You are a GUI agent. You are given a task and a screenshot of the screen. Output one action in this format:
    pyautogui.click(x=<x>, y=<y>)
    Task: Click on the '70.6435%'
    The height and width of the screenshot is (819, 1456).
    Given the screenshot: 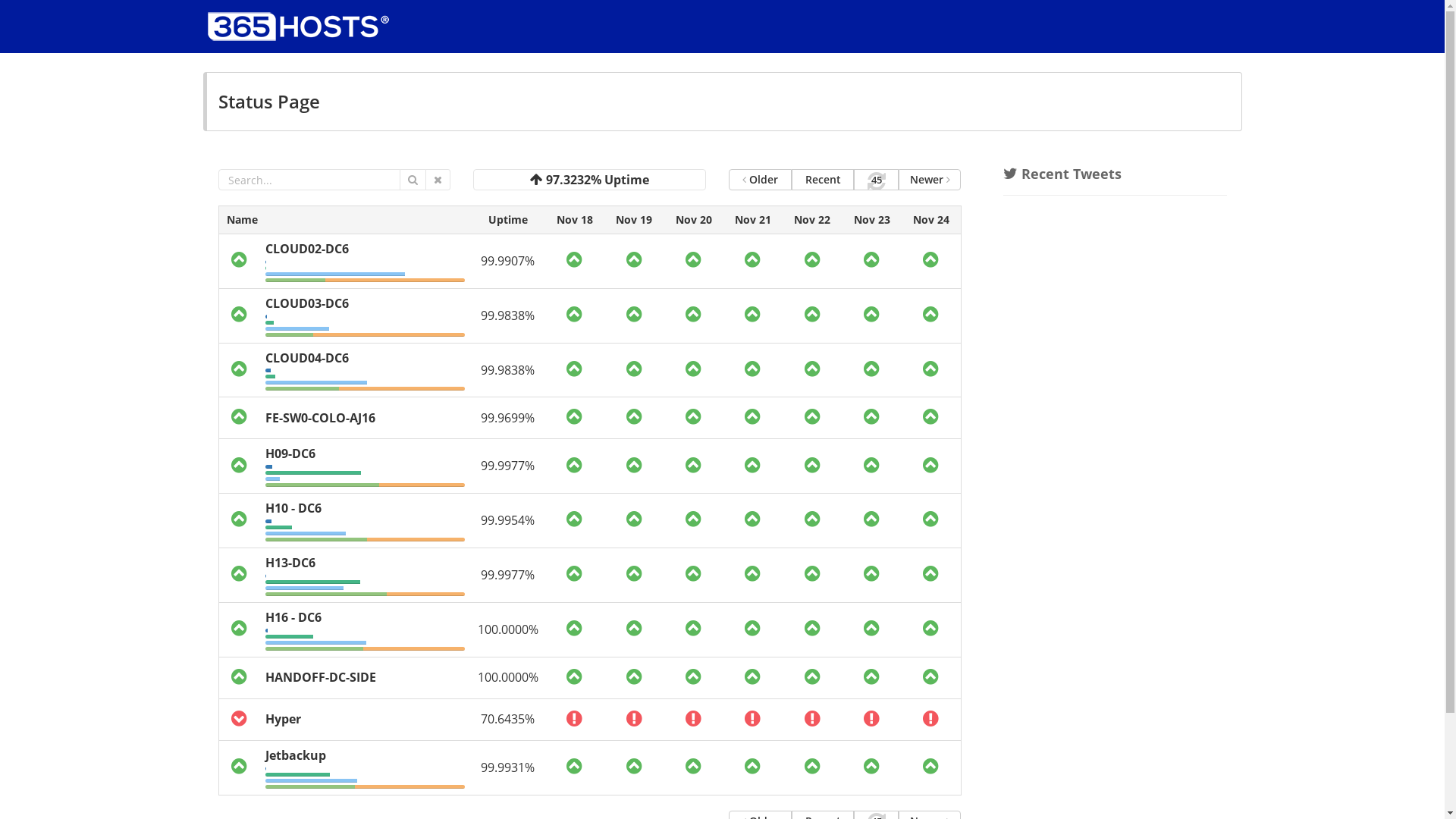 What is the action you would take?
    pyautogui.click(x=507, y=718)
    